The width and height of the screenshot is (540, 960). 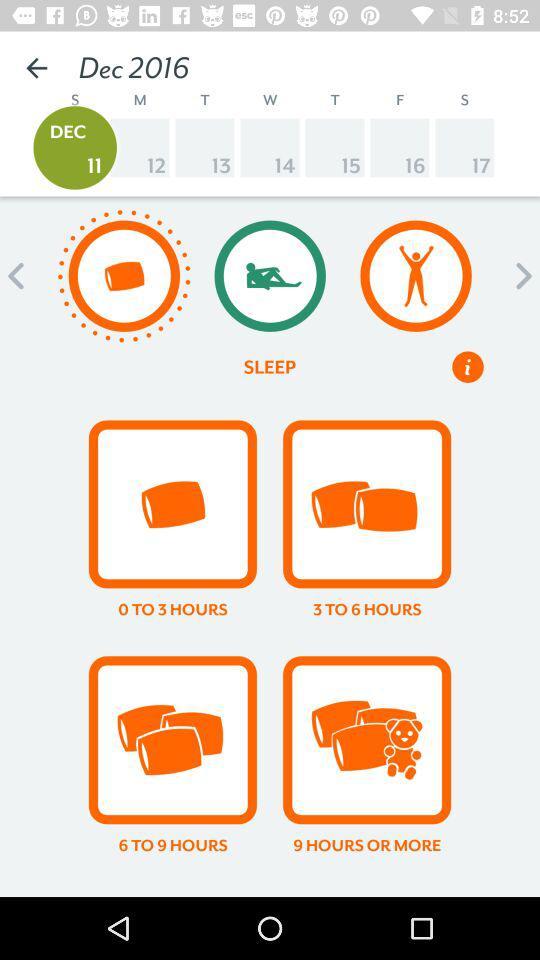 What do you see at coordinates (518, 275) in the screenshot?
I see `the arrow_forward icon` at bounding box center [518, 275].